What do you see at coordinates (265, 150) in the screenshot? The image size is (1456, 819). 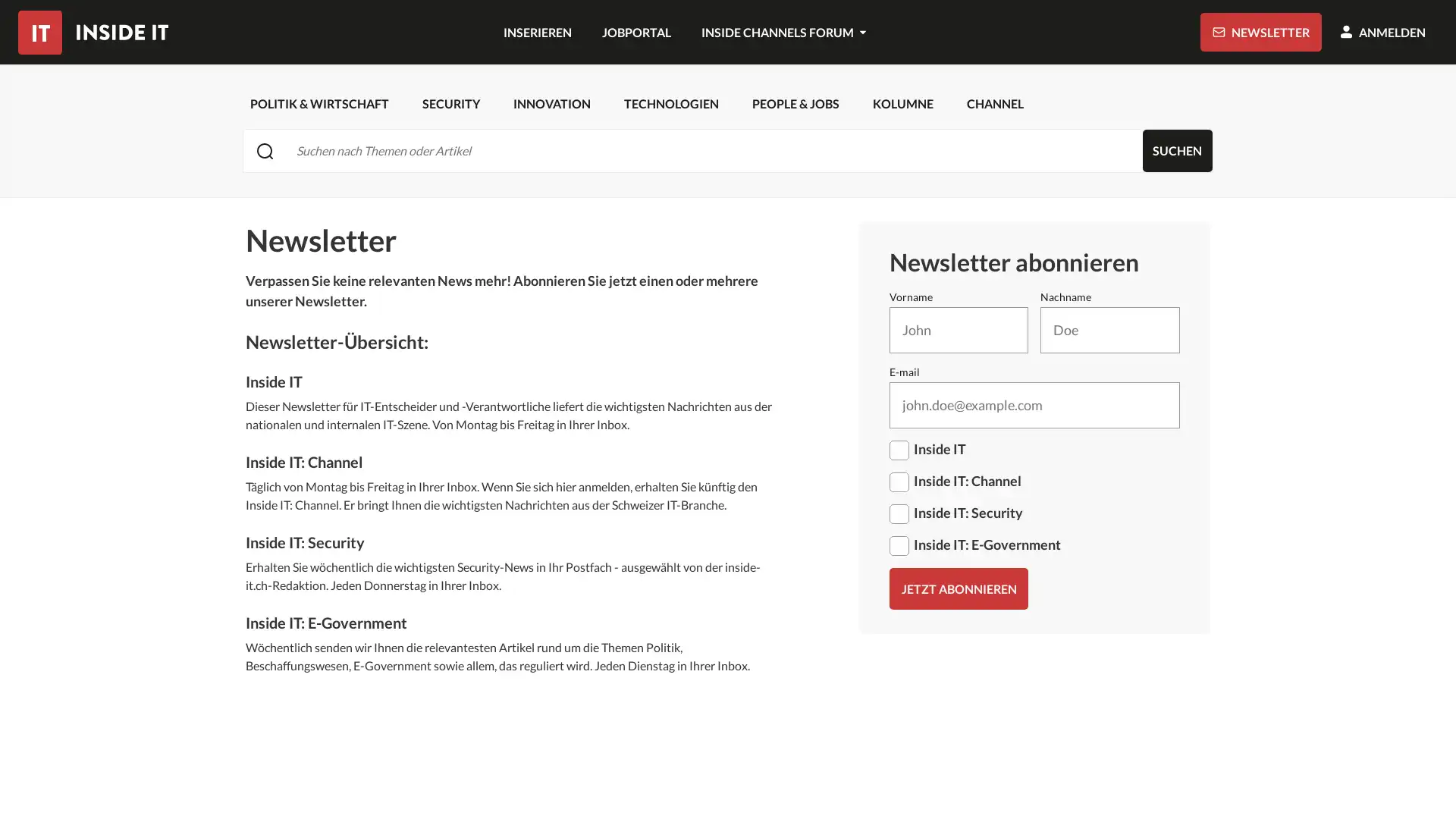 I see `search icon` at bounding box center [265, 150].